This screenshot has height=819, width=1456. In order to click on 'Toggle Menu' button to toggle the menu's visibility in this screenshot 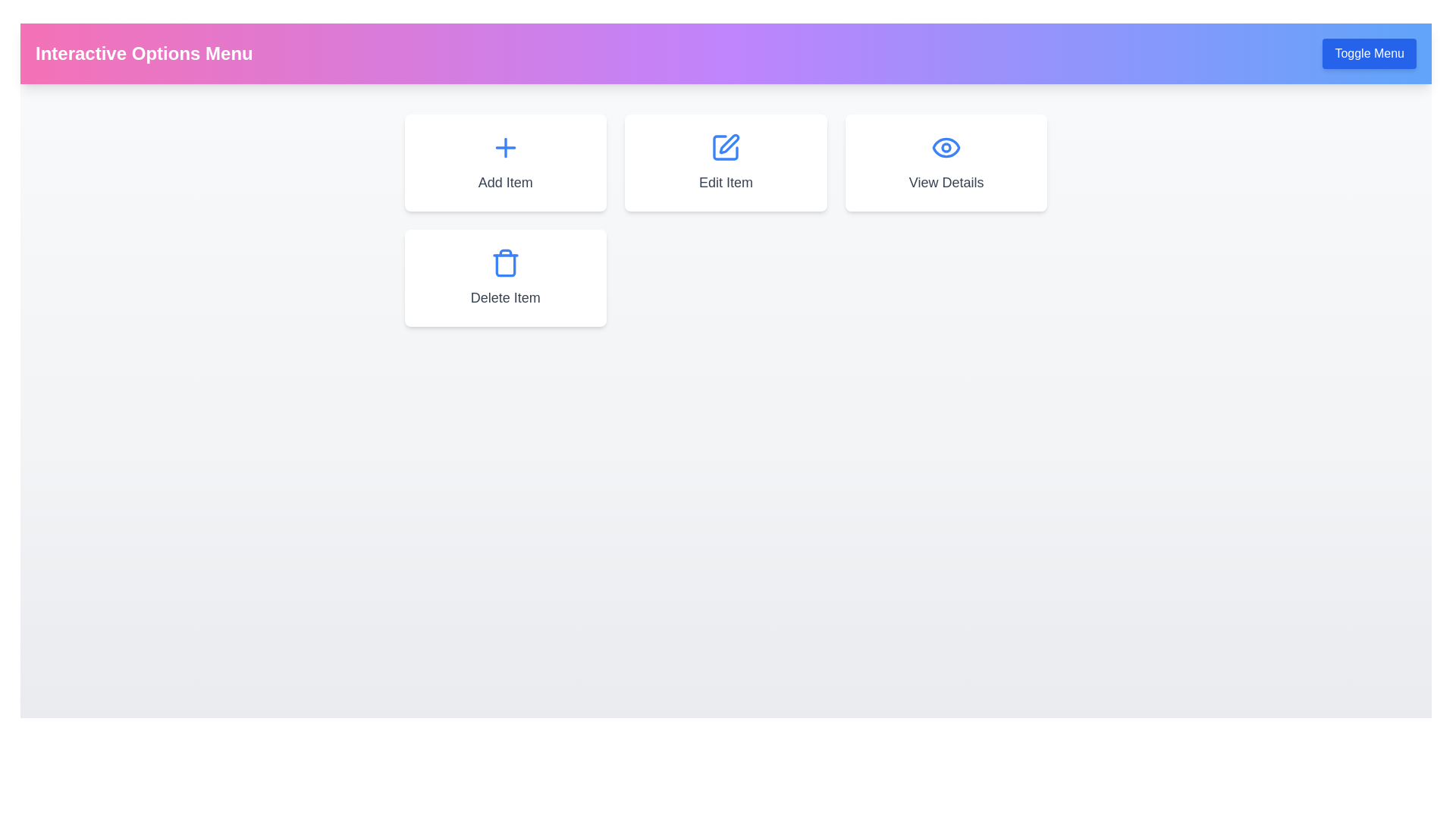, I will do `click(1369, 52)`.